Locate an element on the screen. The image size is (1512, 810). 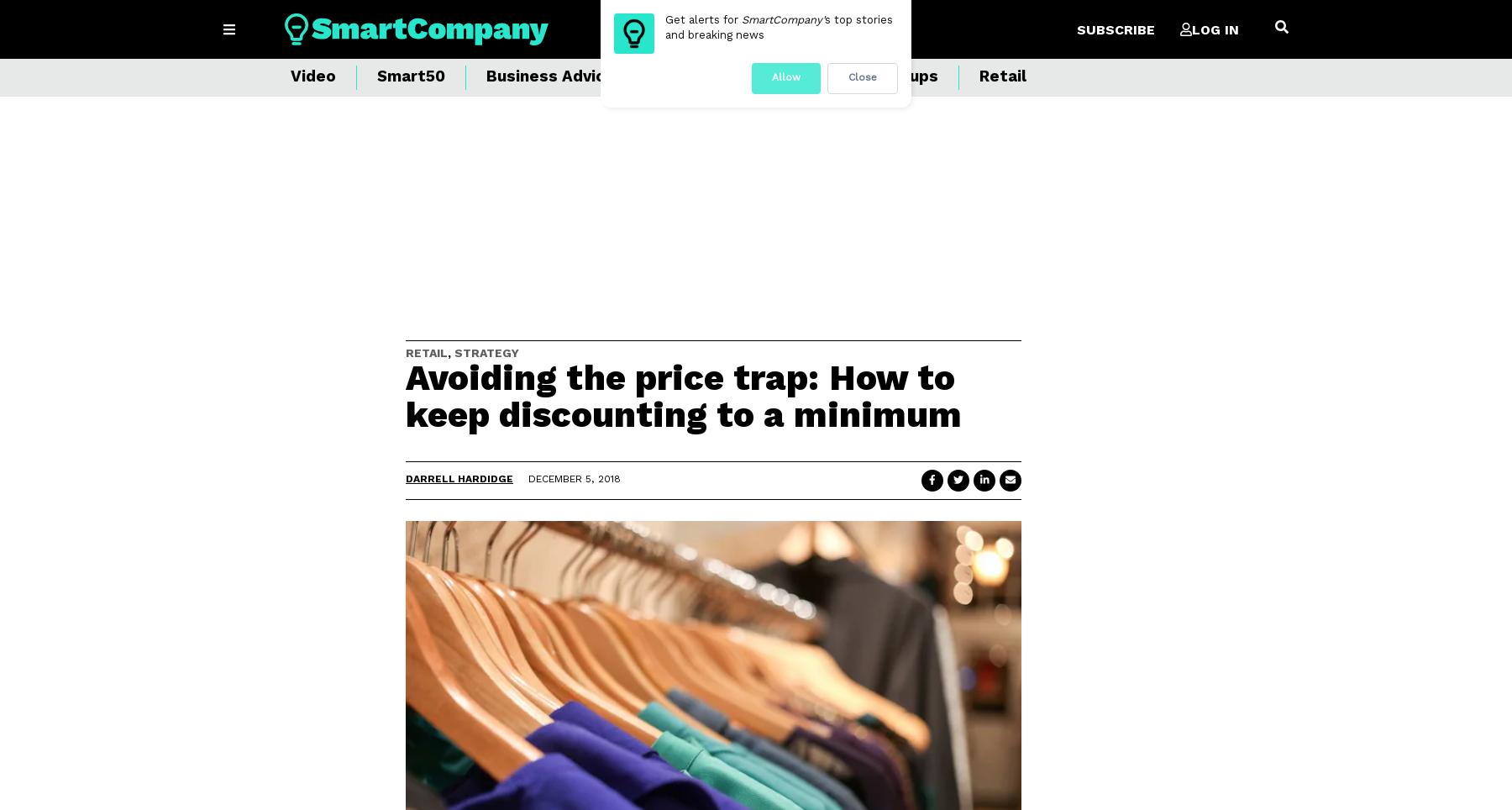
'Smart50' is located at coordinates (409, 76).